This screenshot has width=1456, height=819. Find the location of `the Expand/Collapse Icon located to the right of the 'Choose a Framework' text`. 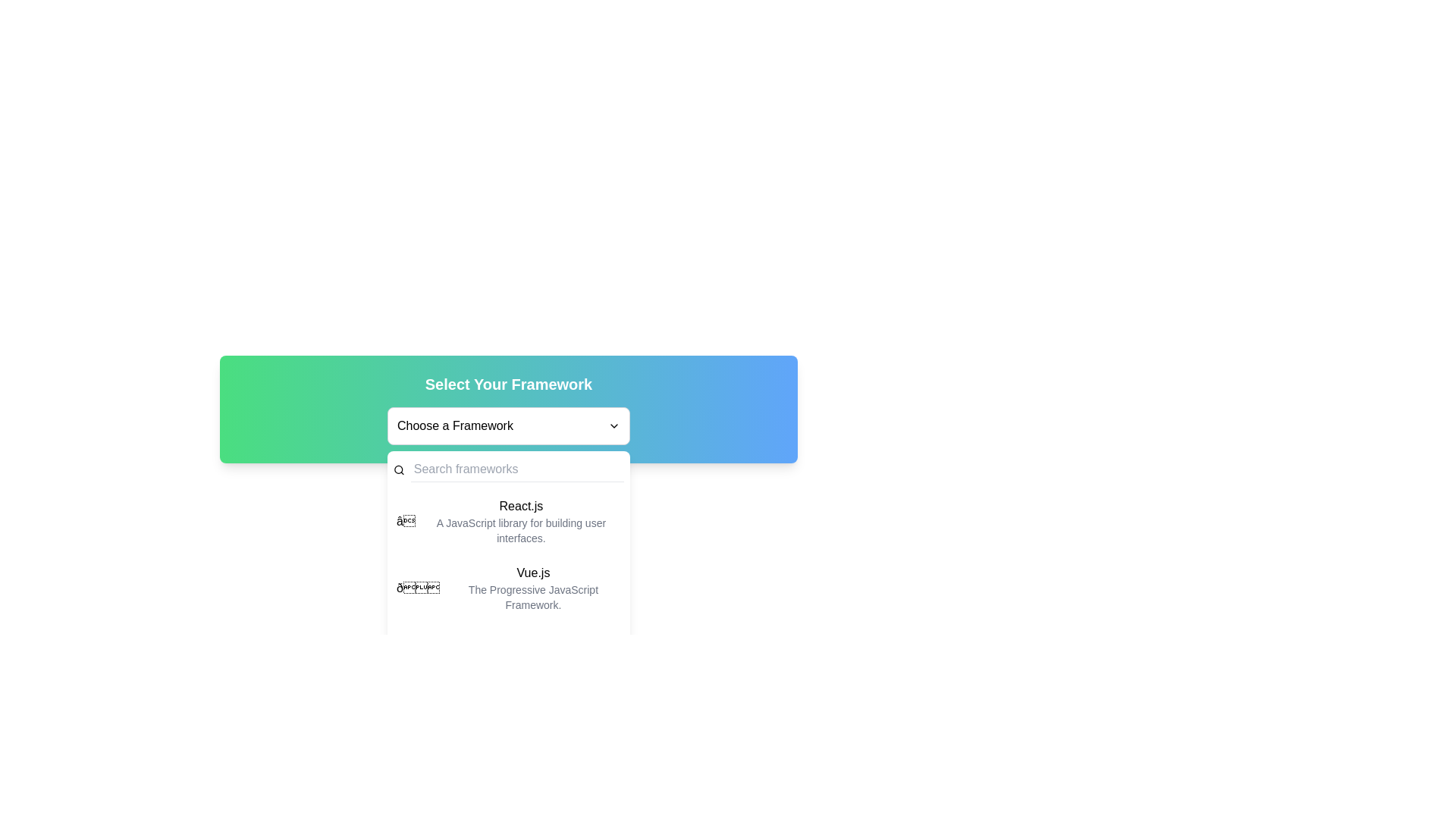

the Expand/Collapse Icon located to the right of the 'Choose a Framework' text is located at coordinates (614, 426).